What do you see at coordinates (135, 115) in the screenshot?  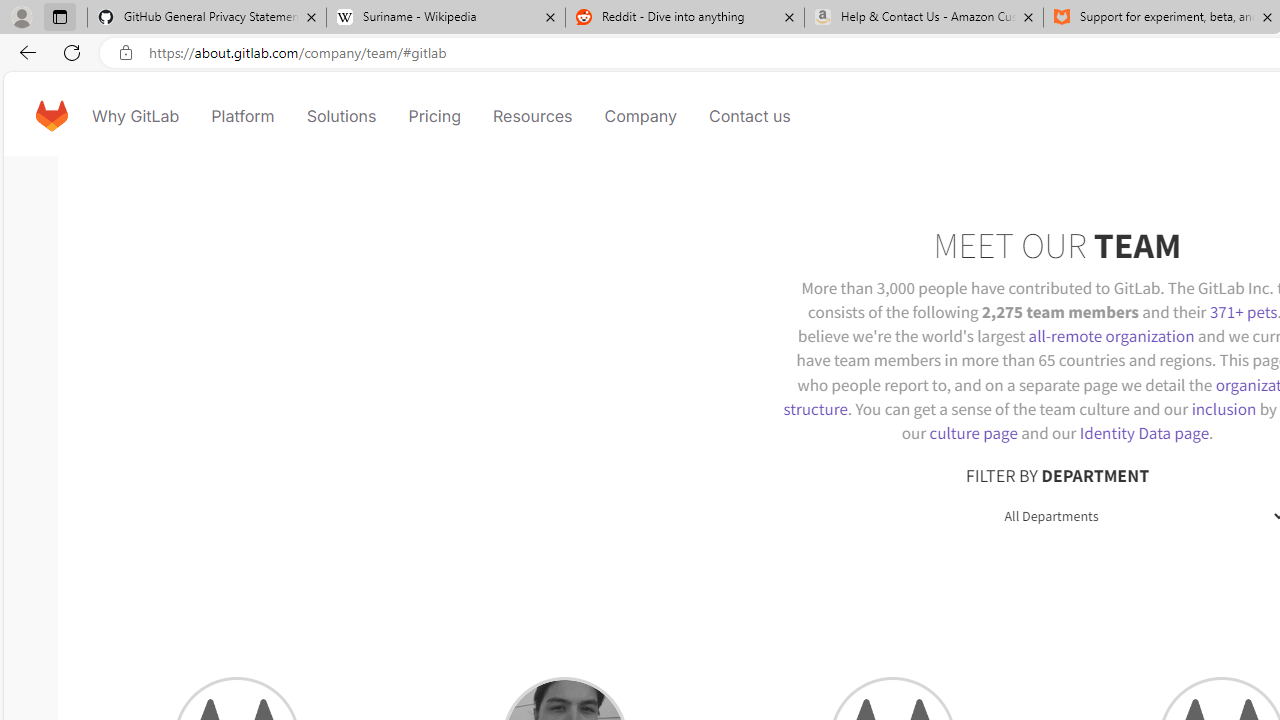 I see `'Why GitLab'` at bounding box center [135, 115].